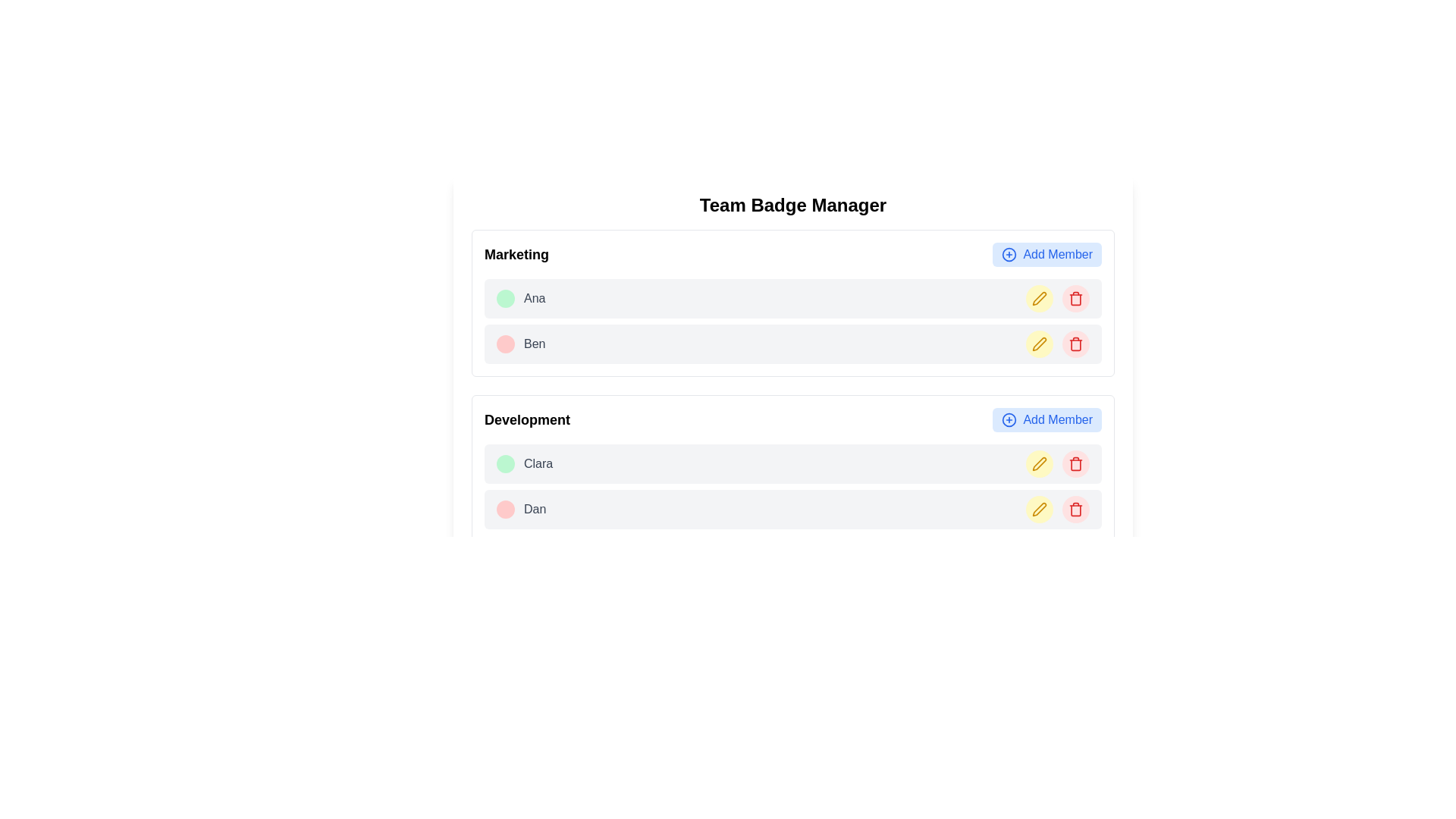 The width and height of the screenshot is (1456, 819). What do you see at coordinates (1039, 344) in the screenshot?
I see `the circular yellow button with a pen icon located in the second row under the 'Marketing' category, to the right of 'Ben', to initiate the editing process` at bounding box center [1039, 344].